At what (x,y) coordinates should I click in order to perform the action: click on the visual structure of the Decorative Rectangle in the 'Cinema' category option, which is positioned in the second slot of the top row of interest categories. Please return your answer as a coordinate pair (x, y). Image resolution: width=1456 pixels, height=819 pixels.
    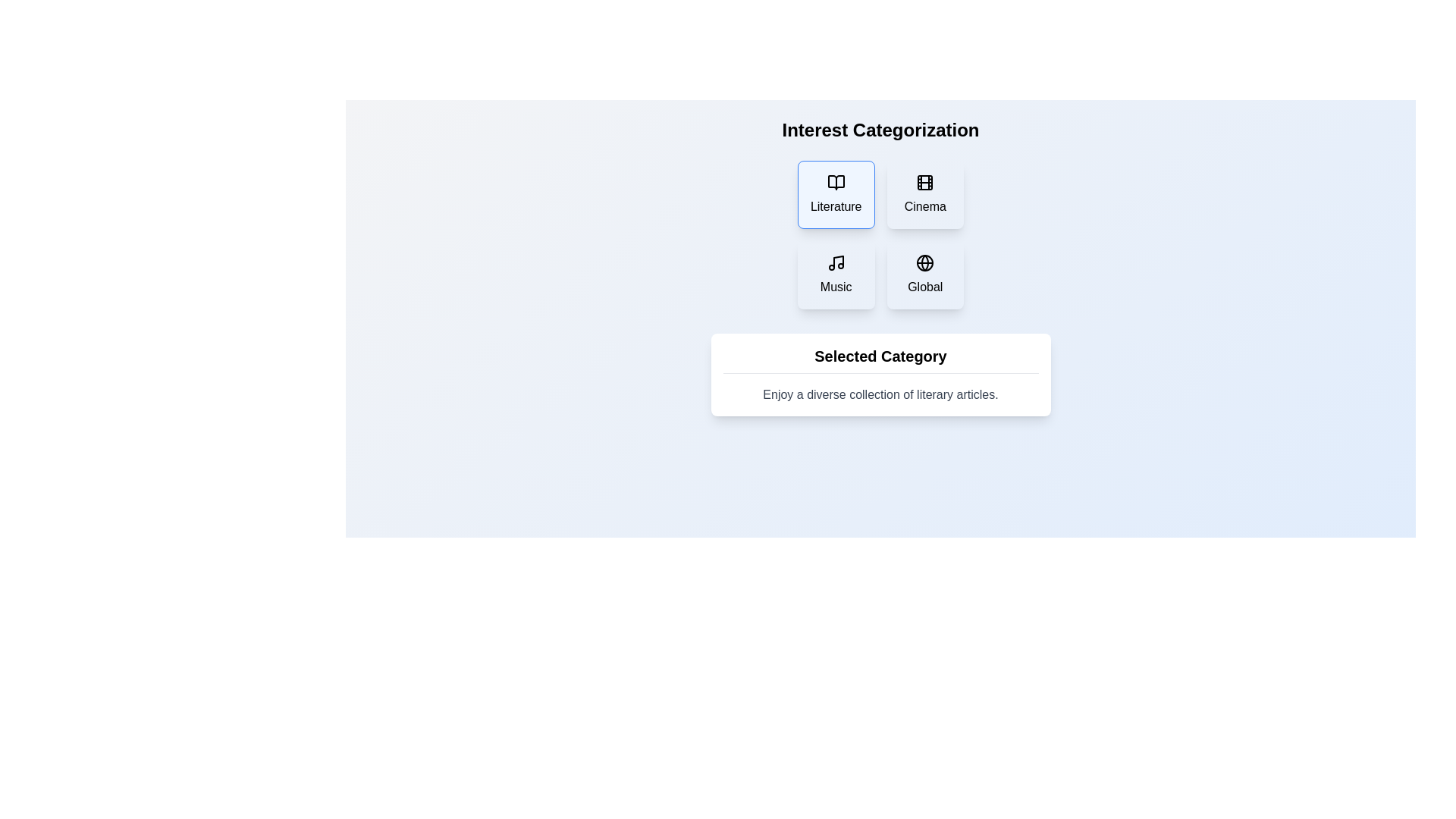
    Looking at the image, I should click on (924, 181).